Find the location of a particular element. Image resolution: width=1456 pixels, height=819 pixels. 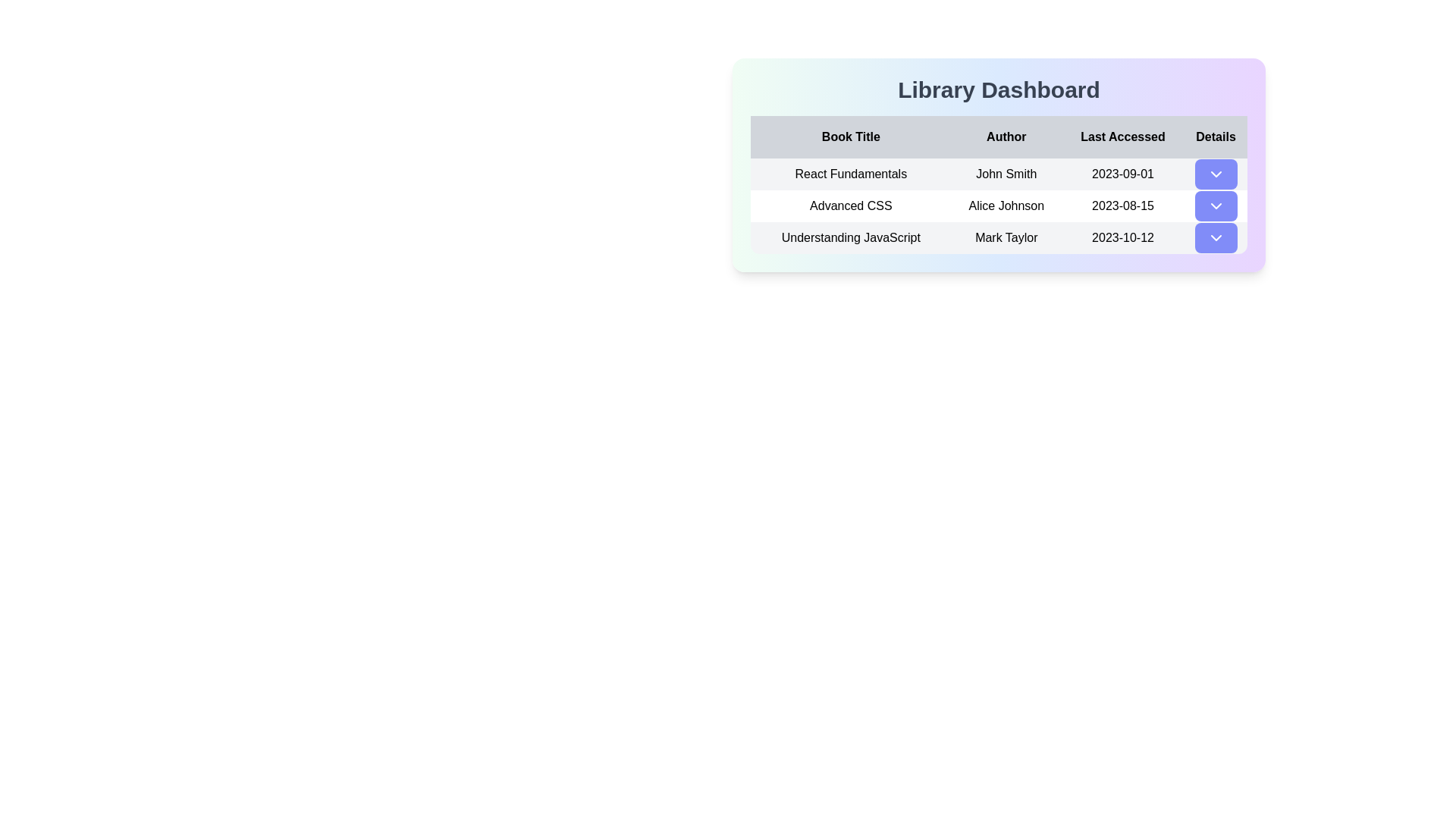

the informational display showing the last accessed date '2023-08-15' for the 'Advanced CSS' entry in the 'Last Accessed' column of the table is located at coordinates (1123, 206).